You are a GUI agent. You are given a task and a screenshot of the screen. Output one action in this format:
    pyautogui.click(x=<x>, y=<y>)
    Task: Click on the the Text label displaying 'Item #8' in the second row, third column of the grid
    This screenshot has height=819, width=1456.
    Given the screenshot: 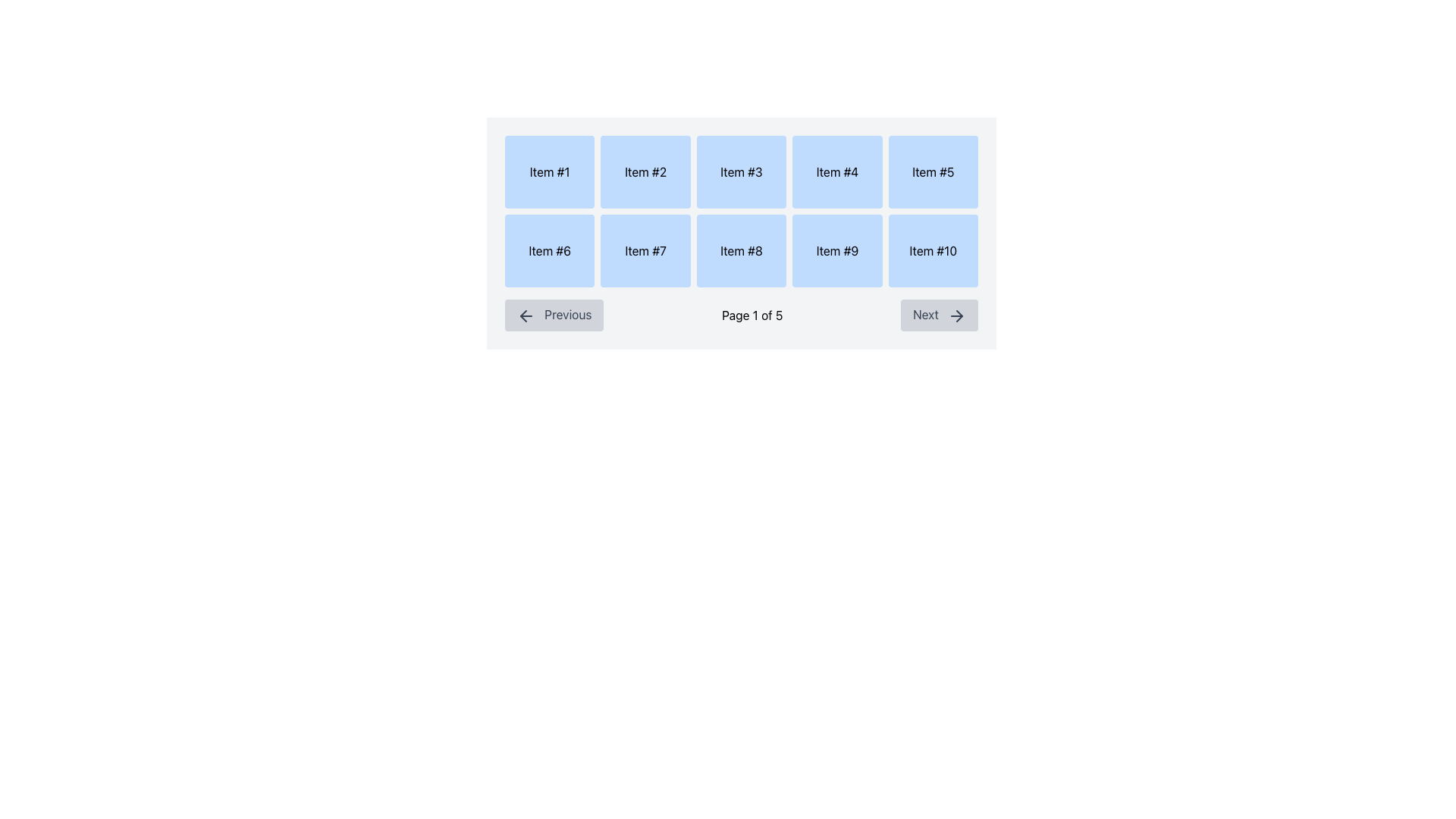 What is the action you would take?
    pyautogui.click(x=742, y=250)
    